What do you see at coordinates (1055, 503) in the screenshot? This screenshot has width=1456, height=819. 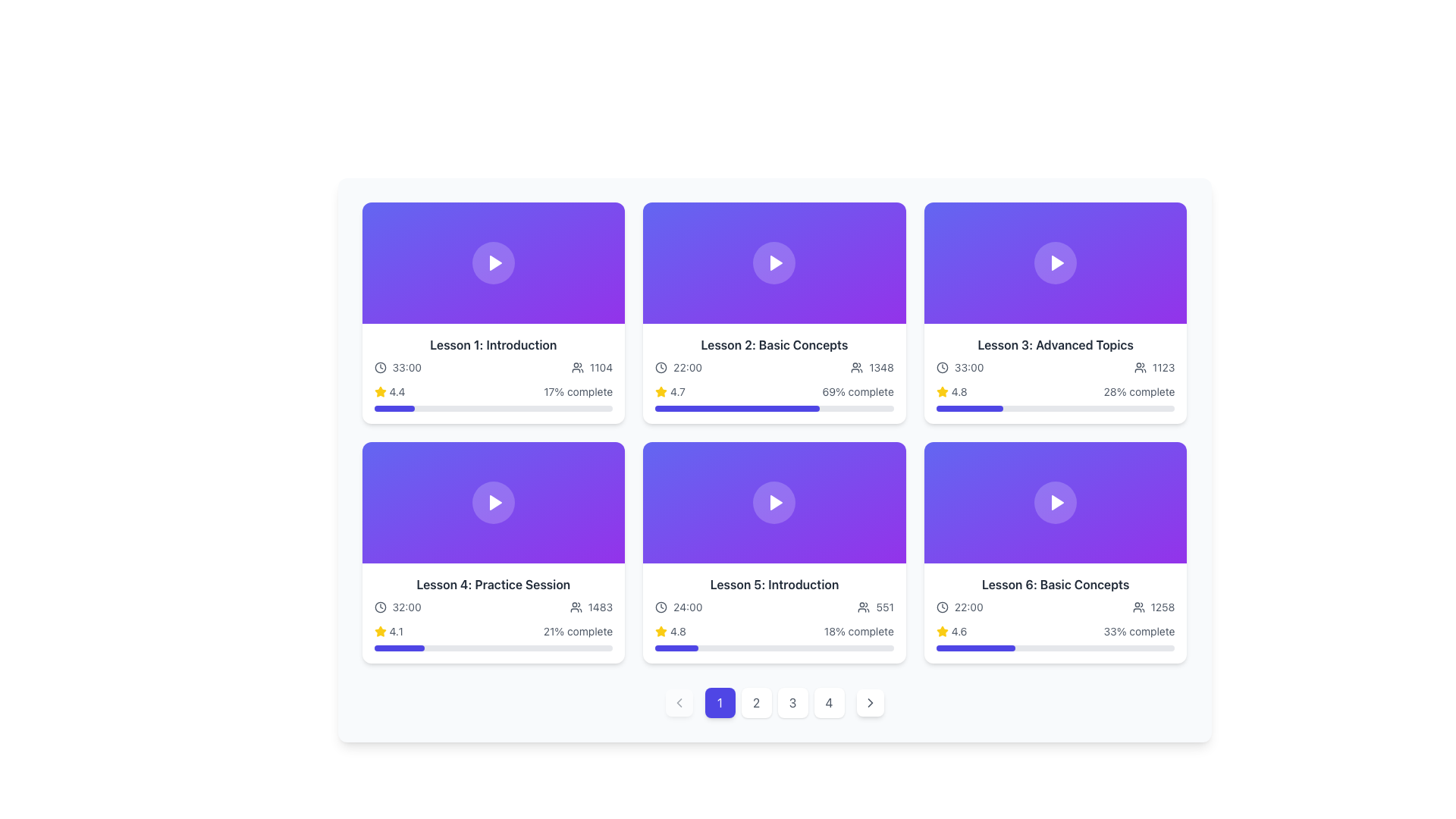 I see `the circular button with a play icon located in the center of the Lesson 6 card to observe its visual effect` at bounding box center [1055, 503].